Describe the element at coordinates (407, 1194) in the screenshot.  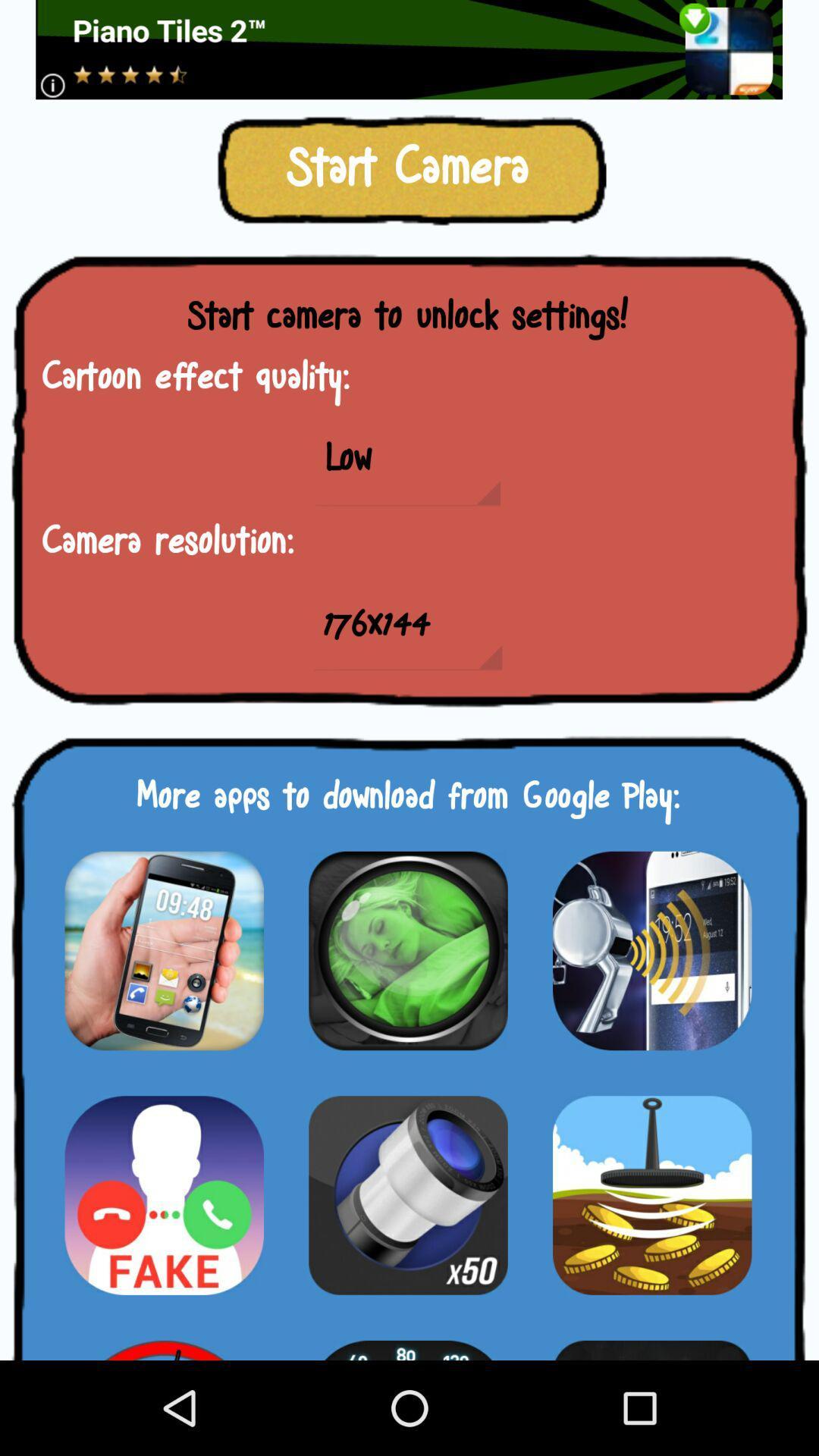
I see `start camera` at that location.